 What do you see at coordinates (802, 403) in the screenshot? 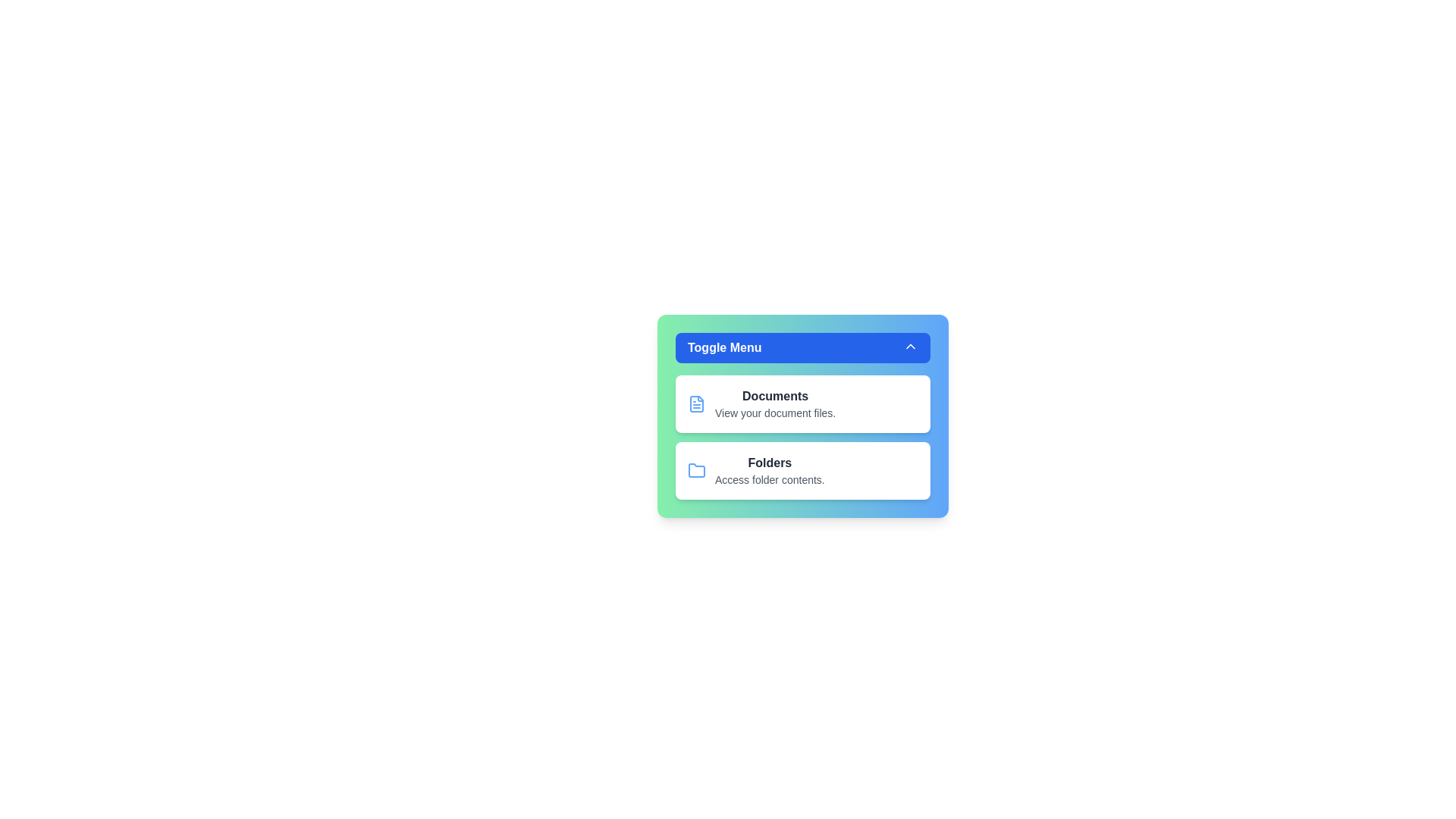
I see `the menu item Documents to observe its hover effect` at bounding box center [802, 403].